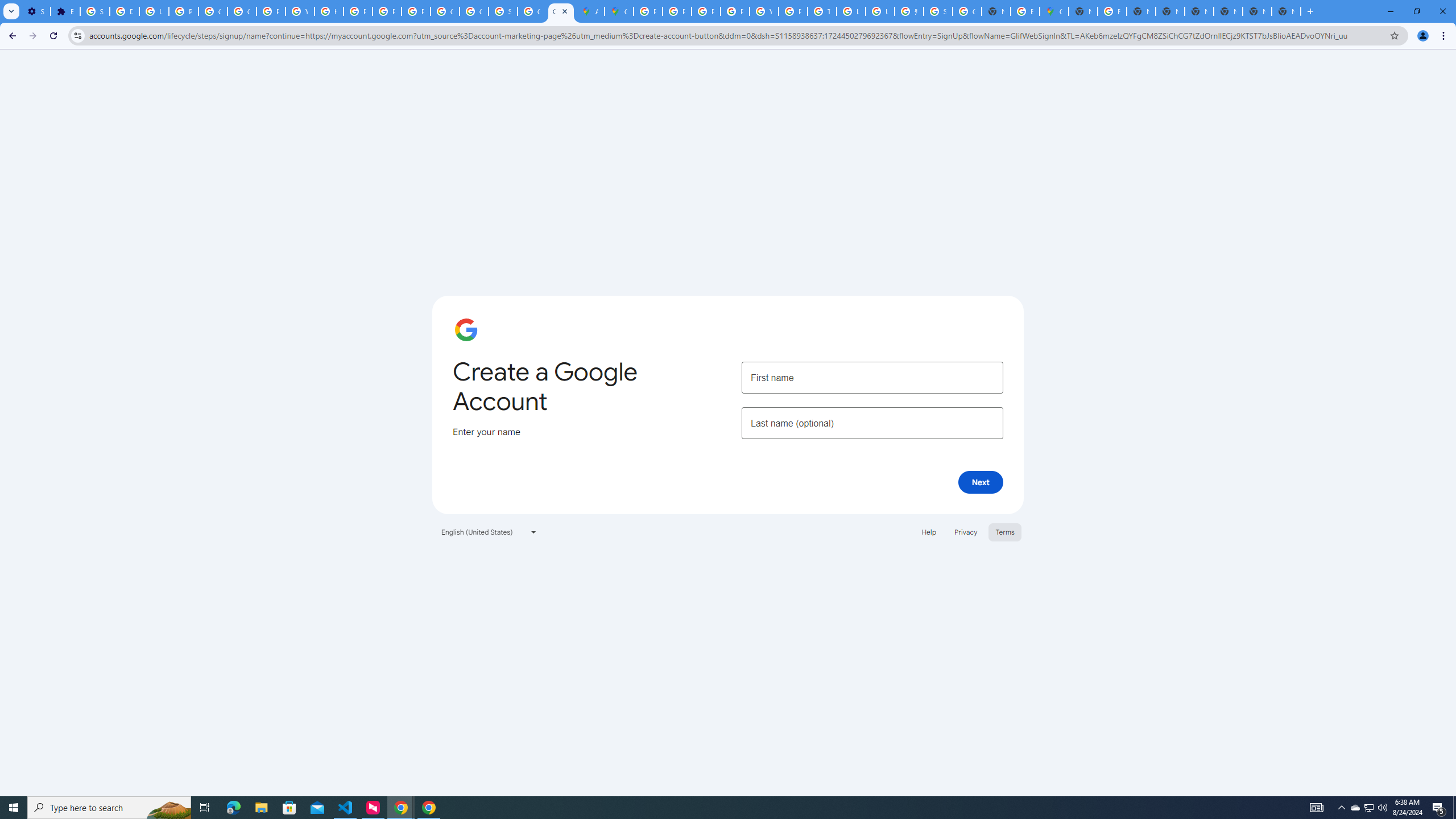 The image size is (1456, 819). Describe the element at coordinates (561, 11) in the screenshot. I see `'Create your Google Account'` at that location.